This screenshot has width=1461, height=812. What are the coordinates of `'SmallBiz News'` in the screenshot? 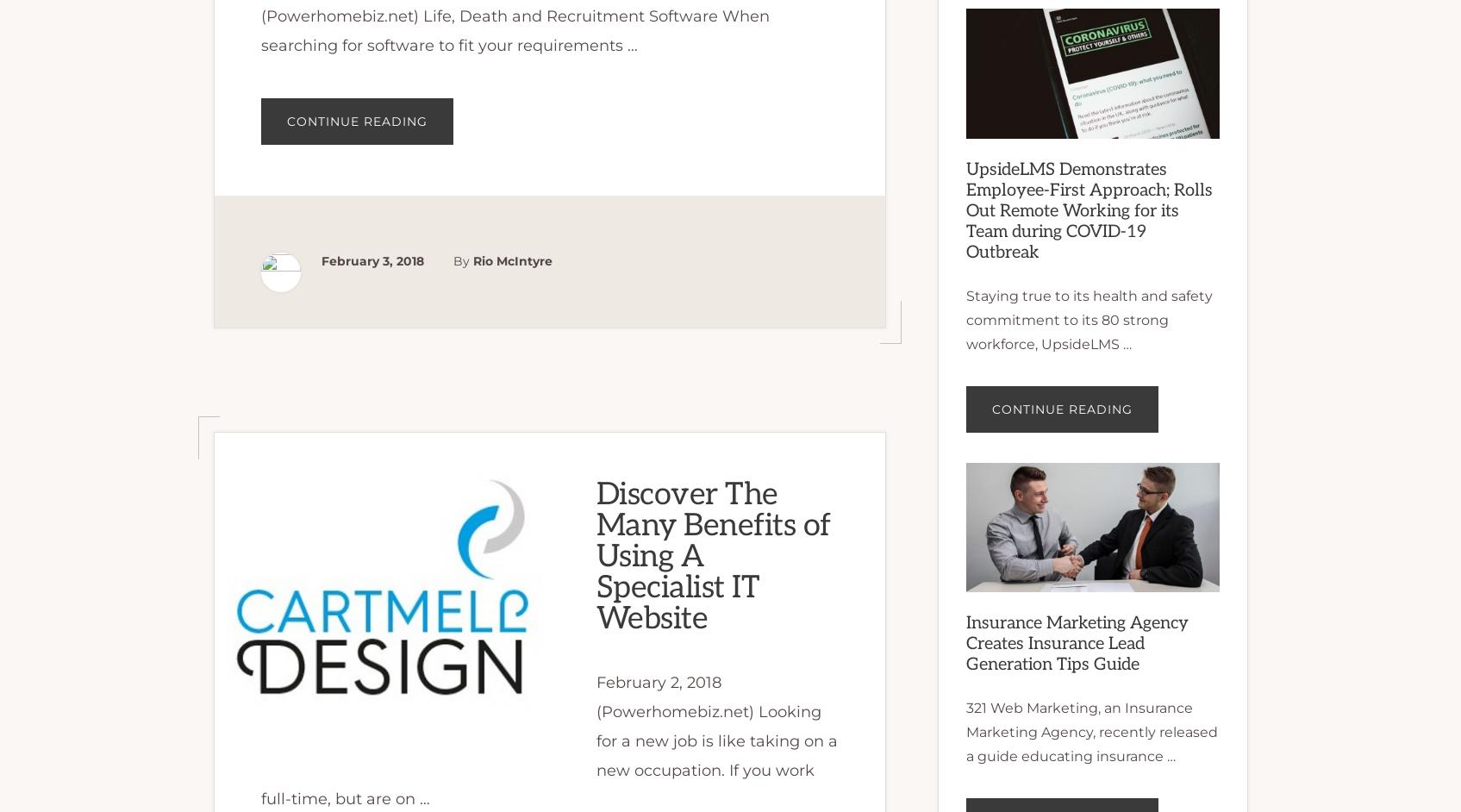 It's located at (264, 47).